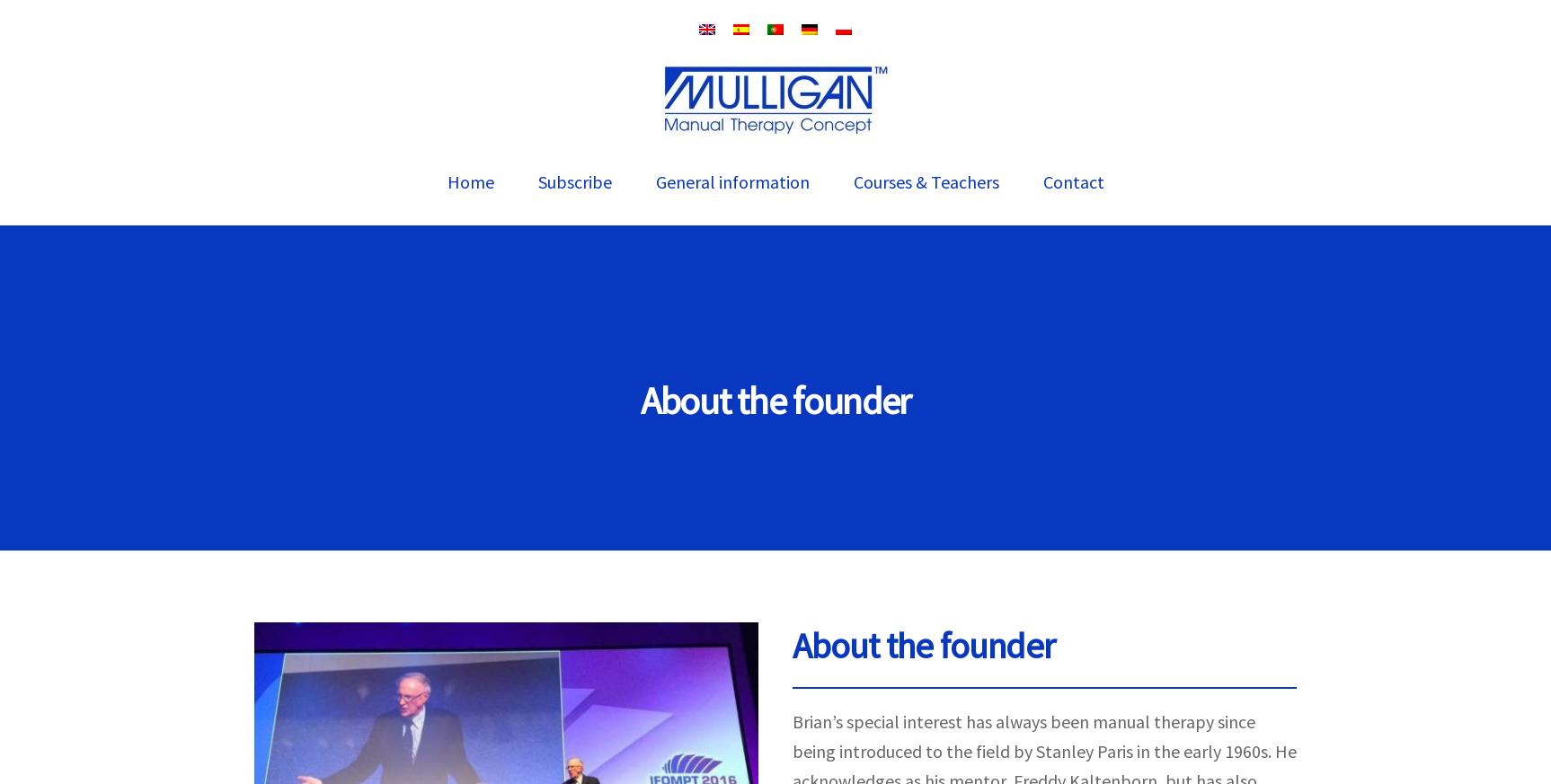 The image size is (1551, 784). What do you see at coordinates (820, 584) in the screenshot?
I see `'Ball Dynamics Award for Excellence in a Published Case Study (1997)'` at bounding box center [820, 584].